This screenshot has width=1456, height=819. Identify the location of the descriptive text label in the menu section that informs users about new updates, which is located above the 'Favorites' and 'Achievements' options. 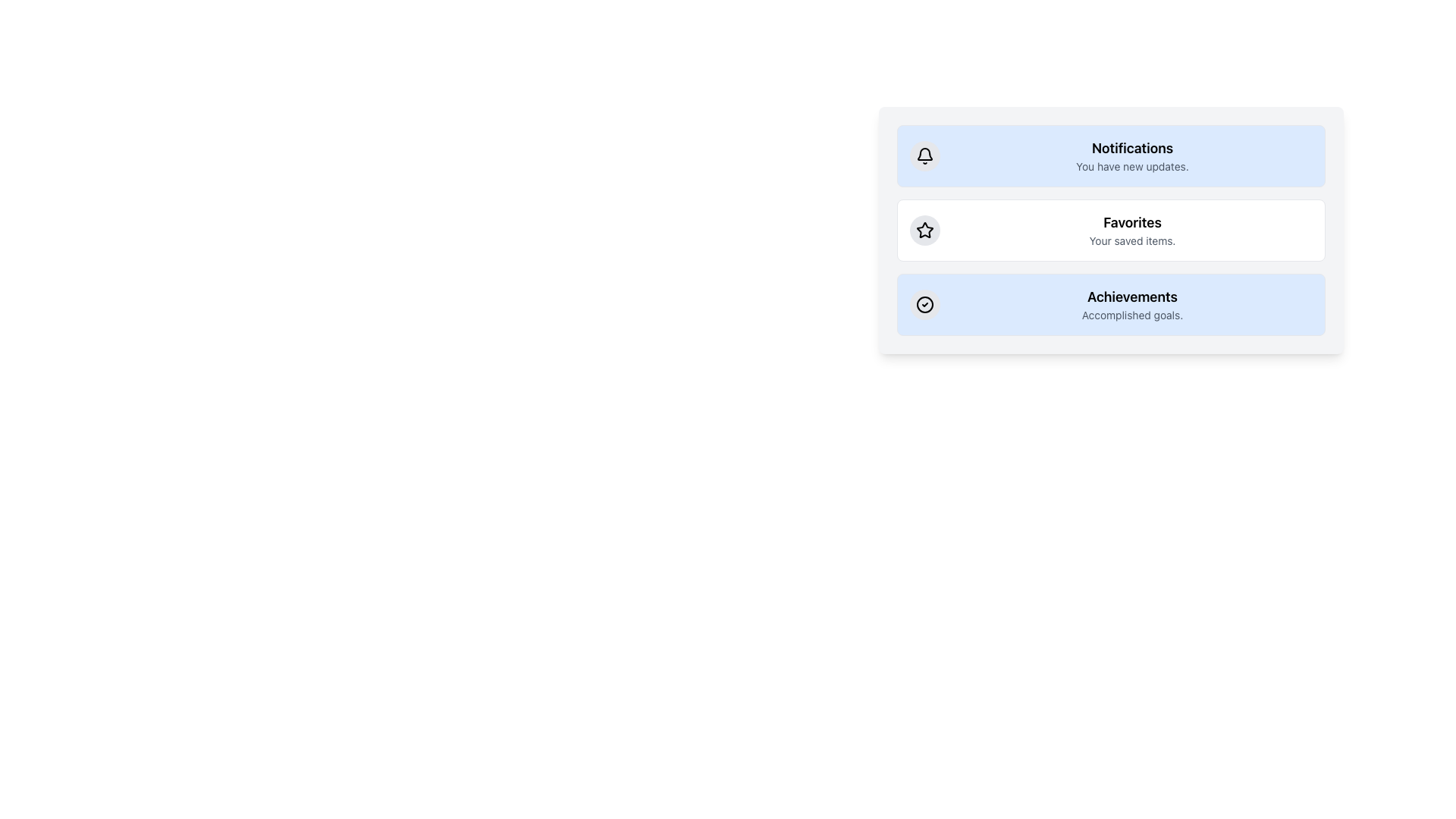
(1132, 155).